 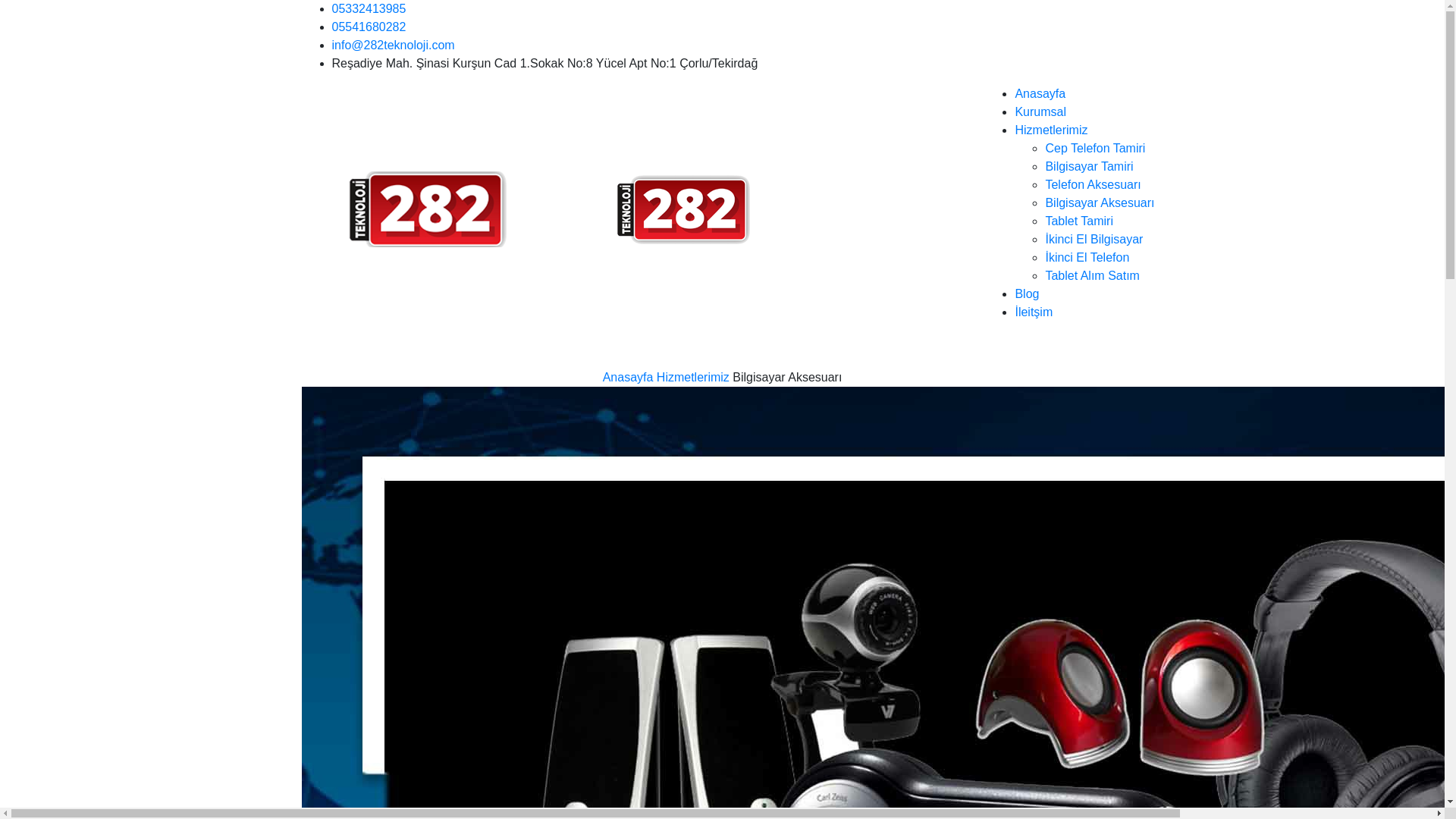 What do you see at coordinates (1043, 221) in the screenshot?
I see `'Tablet Tamiri'` at bounding box center [1043, 221].